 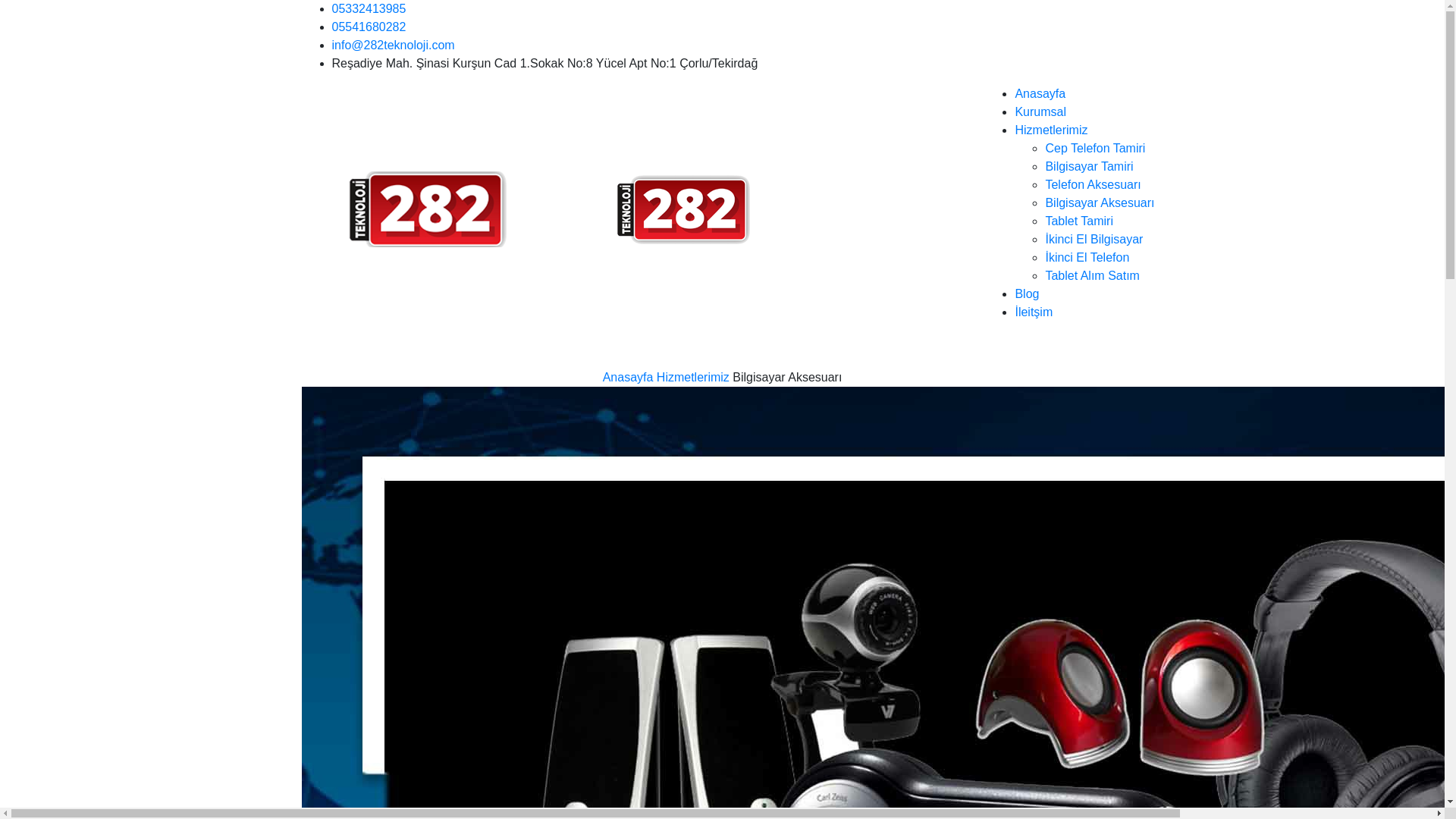 What do you see at coordinates (1043, 221) in the screenshot?
I see `'Tablet Tamiri'` at bounding box center [1043, 221].